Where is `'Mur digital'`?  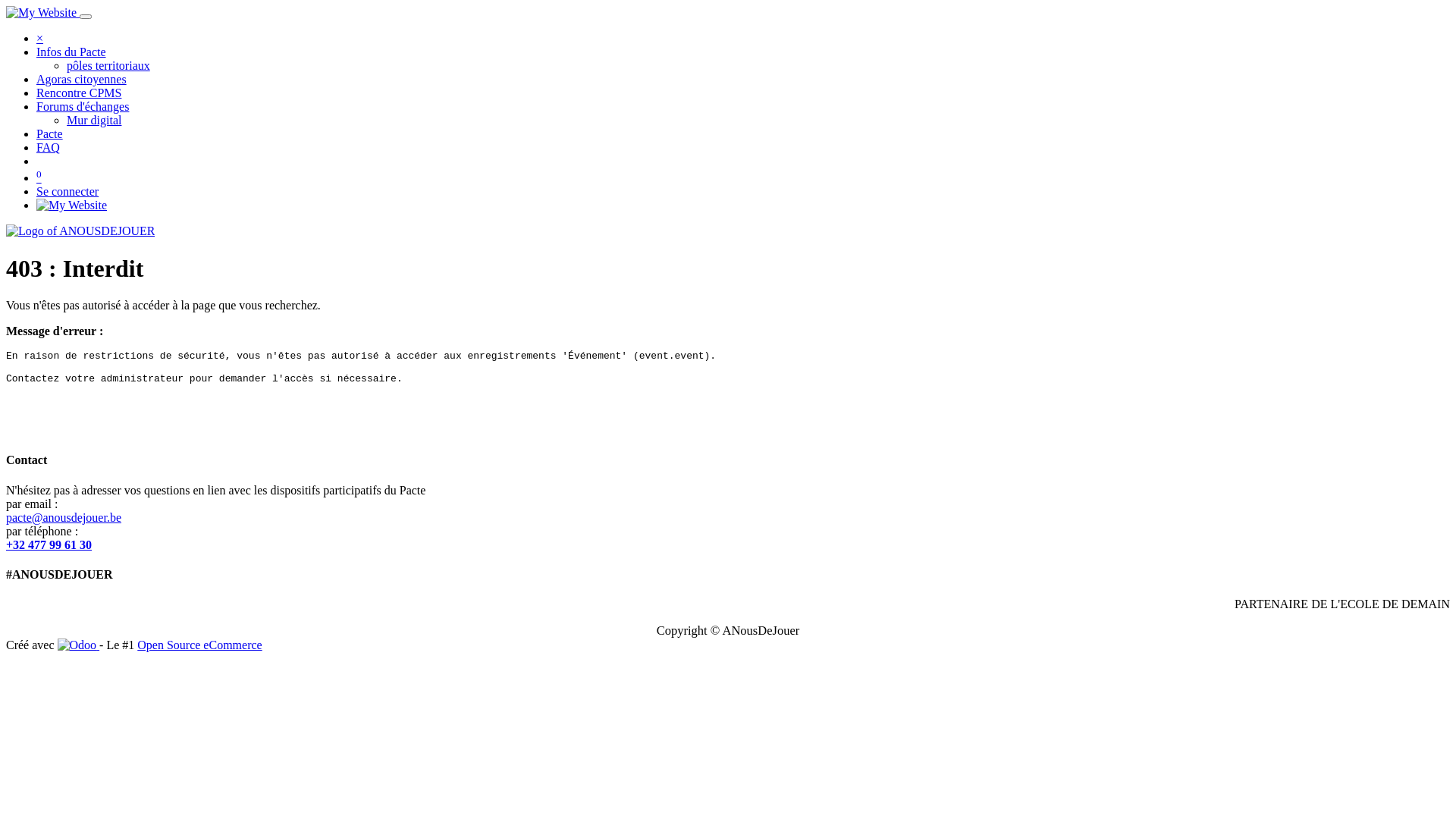 'Mur digital' is located at coordinates (93, 119).